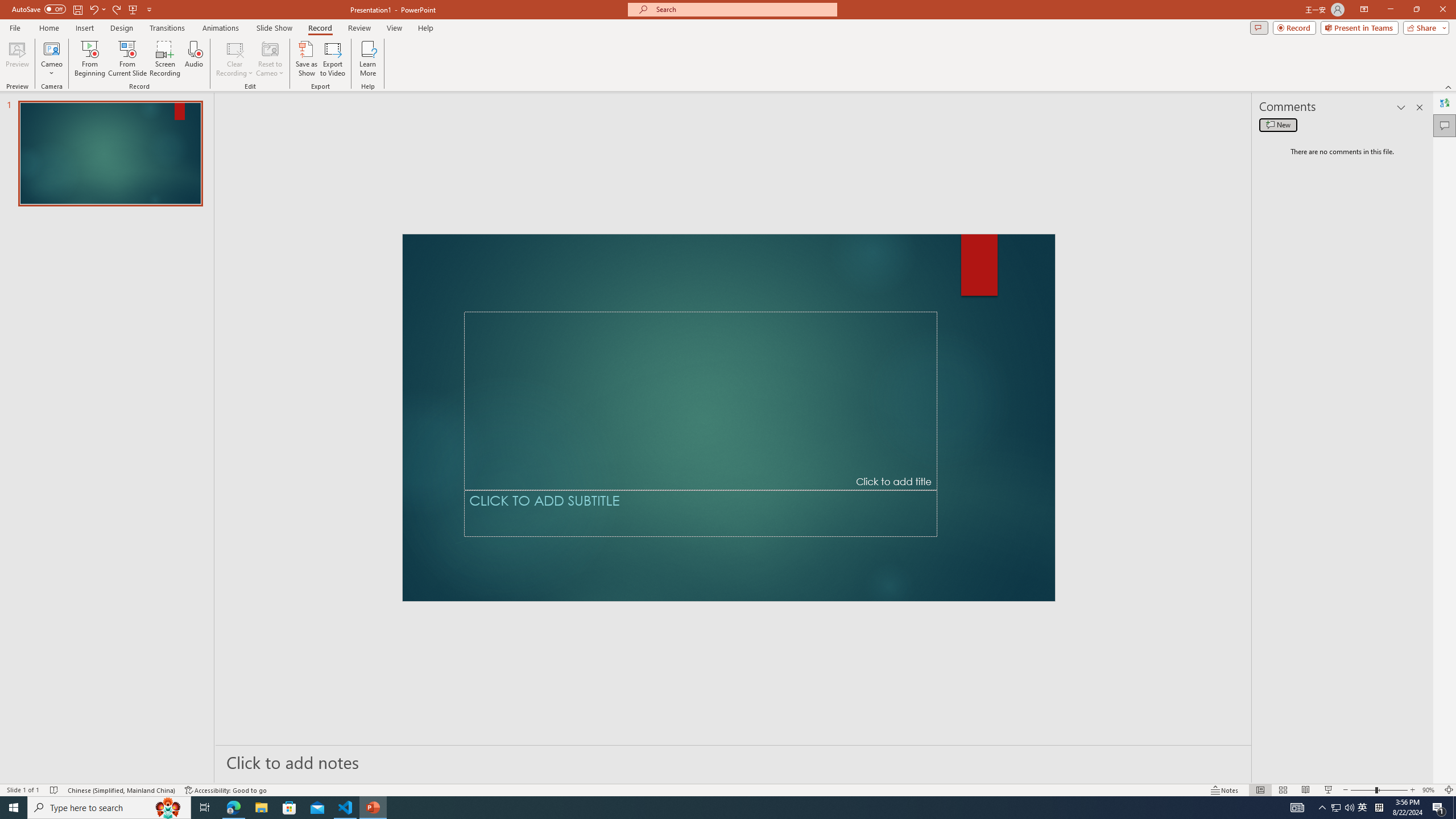 The image size is (1456, 819). What do you see at coordinates (89, 59) in the screenshot?
I see `'From Beginning...'` at bounding box center [89, 59].